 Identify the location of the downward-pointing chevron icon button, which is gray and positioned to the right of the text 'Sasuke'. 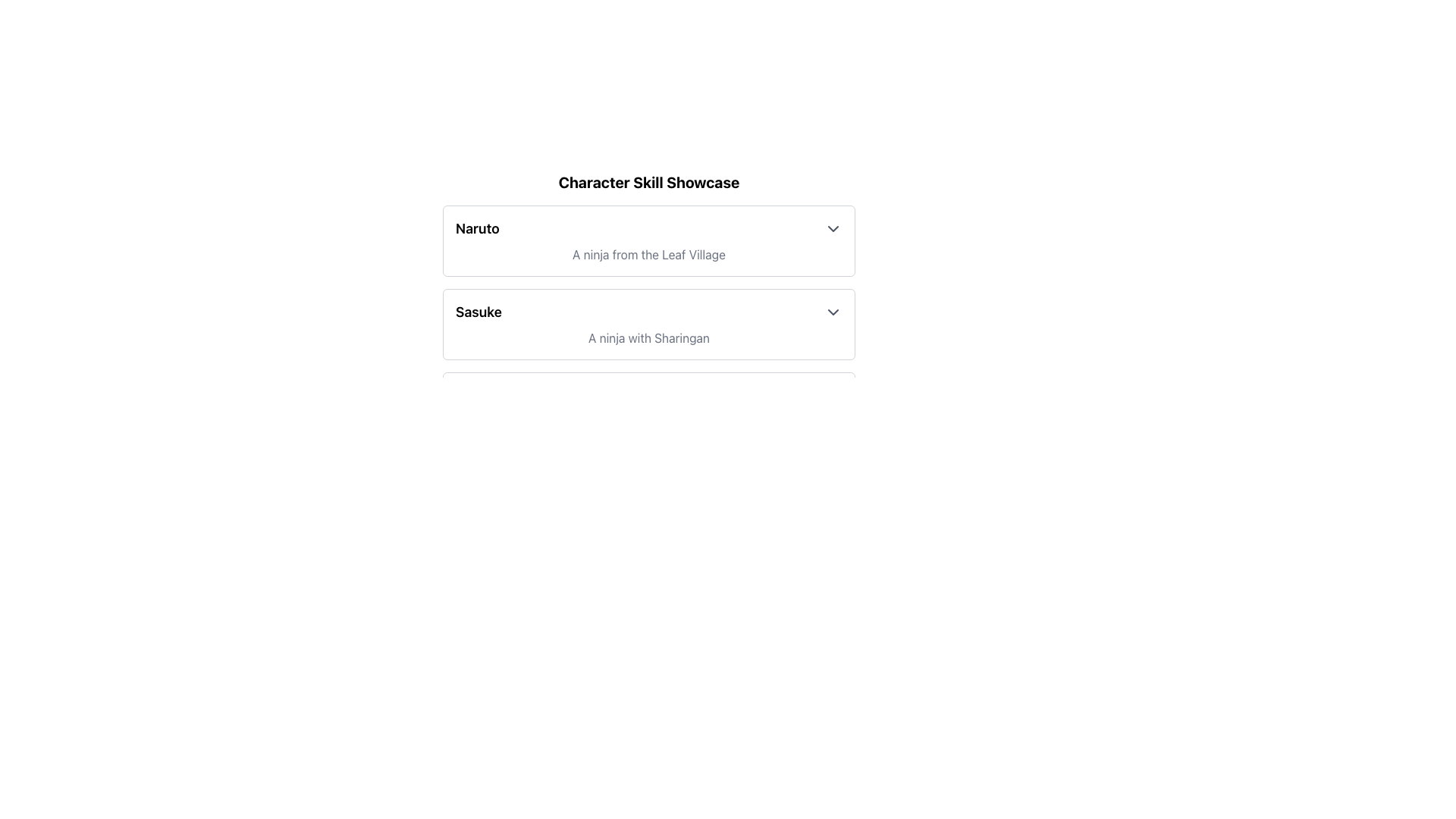
(833, 312).